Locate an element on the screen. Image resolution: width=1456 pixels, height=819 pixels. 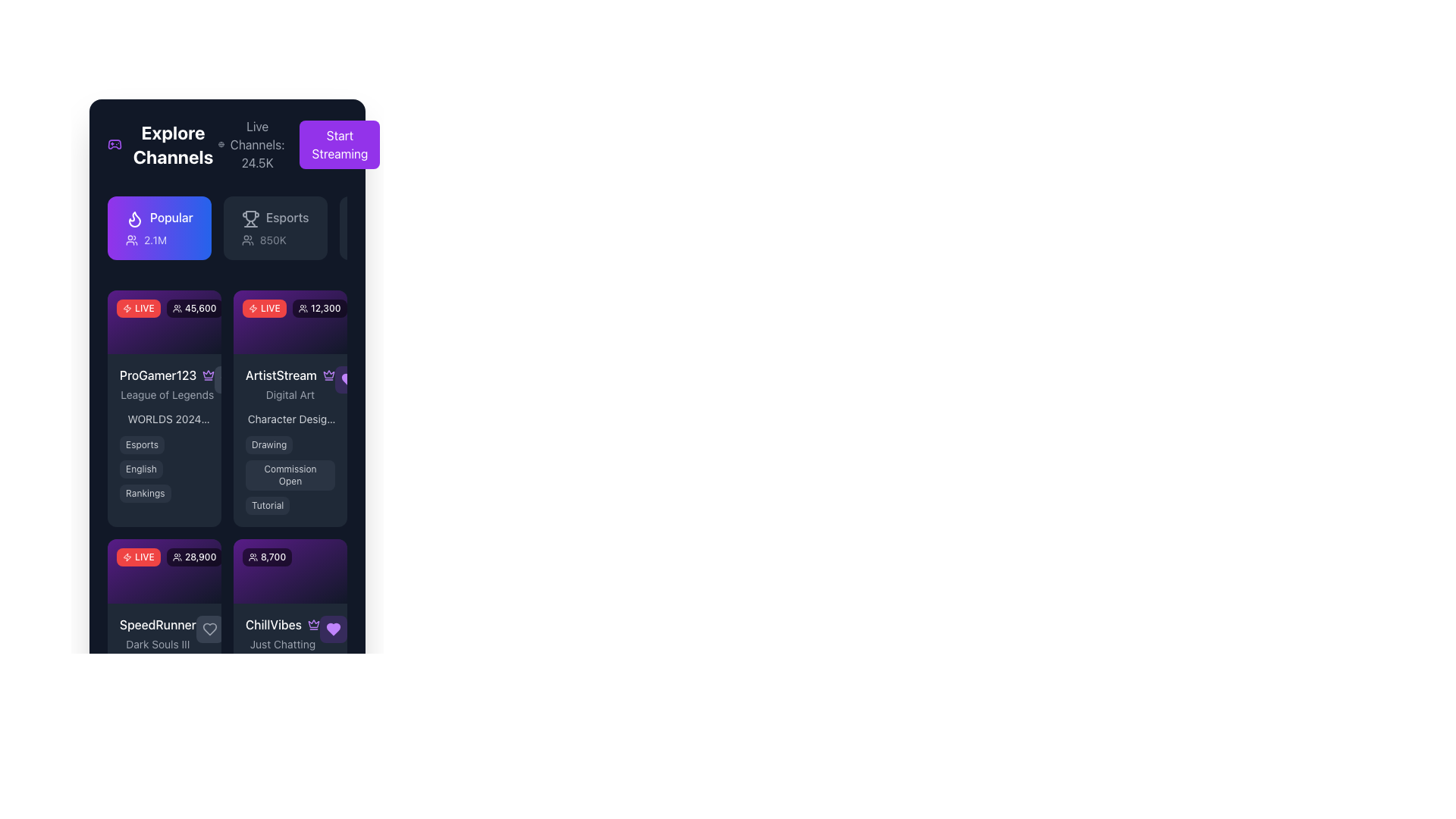
the crown icon located next to the 'ChillVibes' text in the bottom right section of the interface, which indicates a premium status is located at coordinates (312, 624).